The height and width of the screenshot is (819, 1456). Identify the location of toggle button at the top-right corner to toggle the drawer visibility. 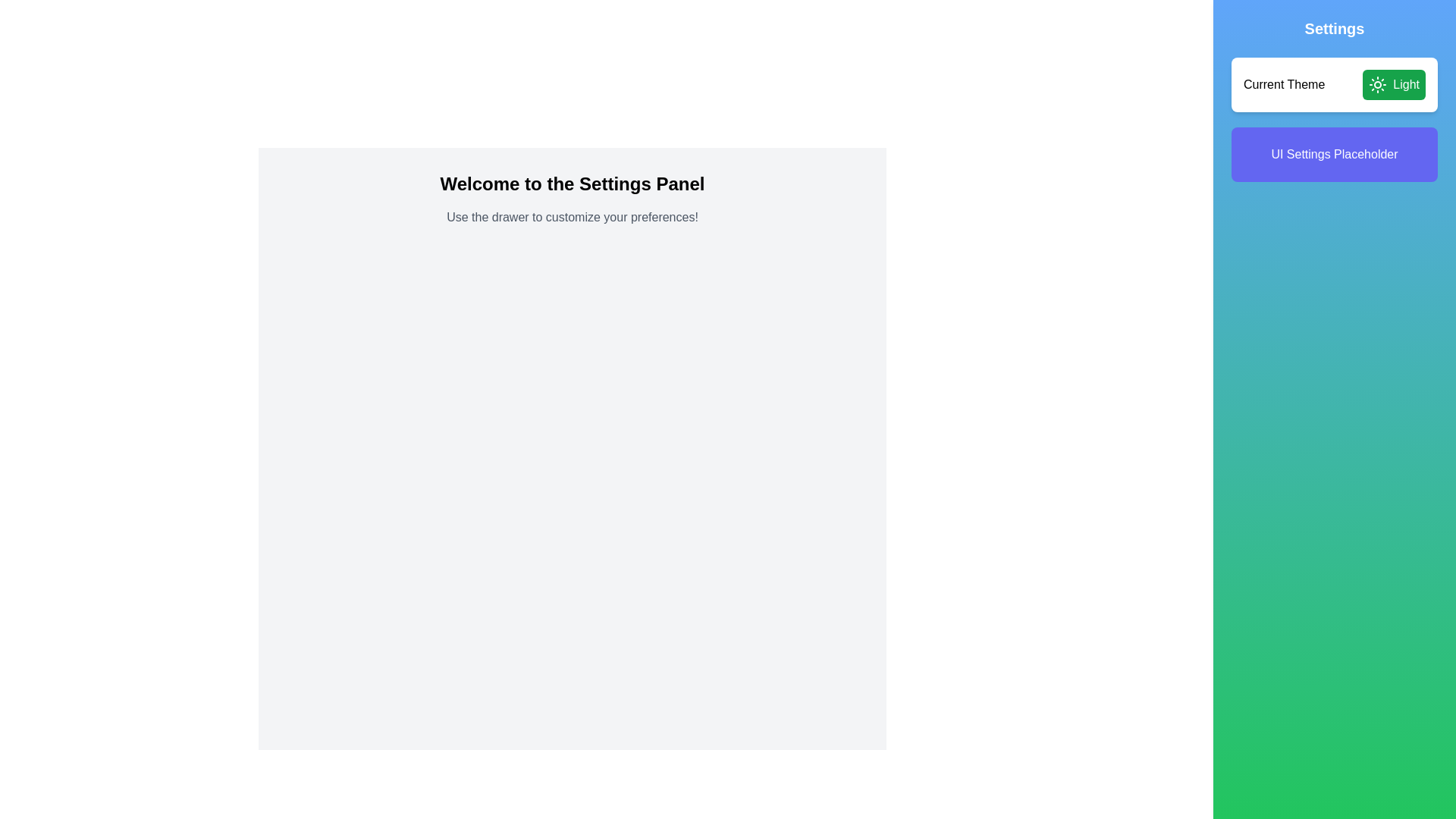
(1425, 30).